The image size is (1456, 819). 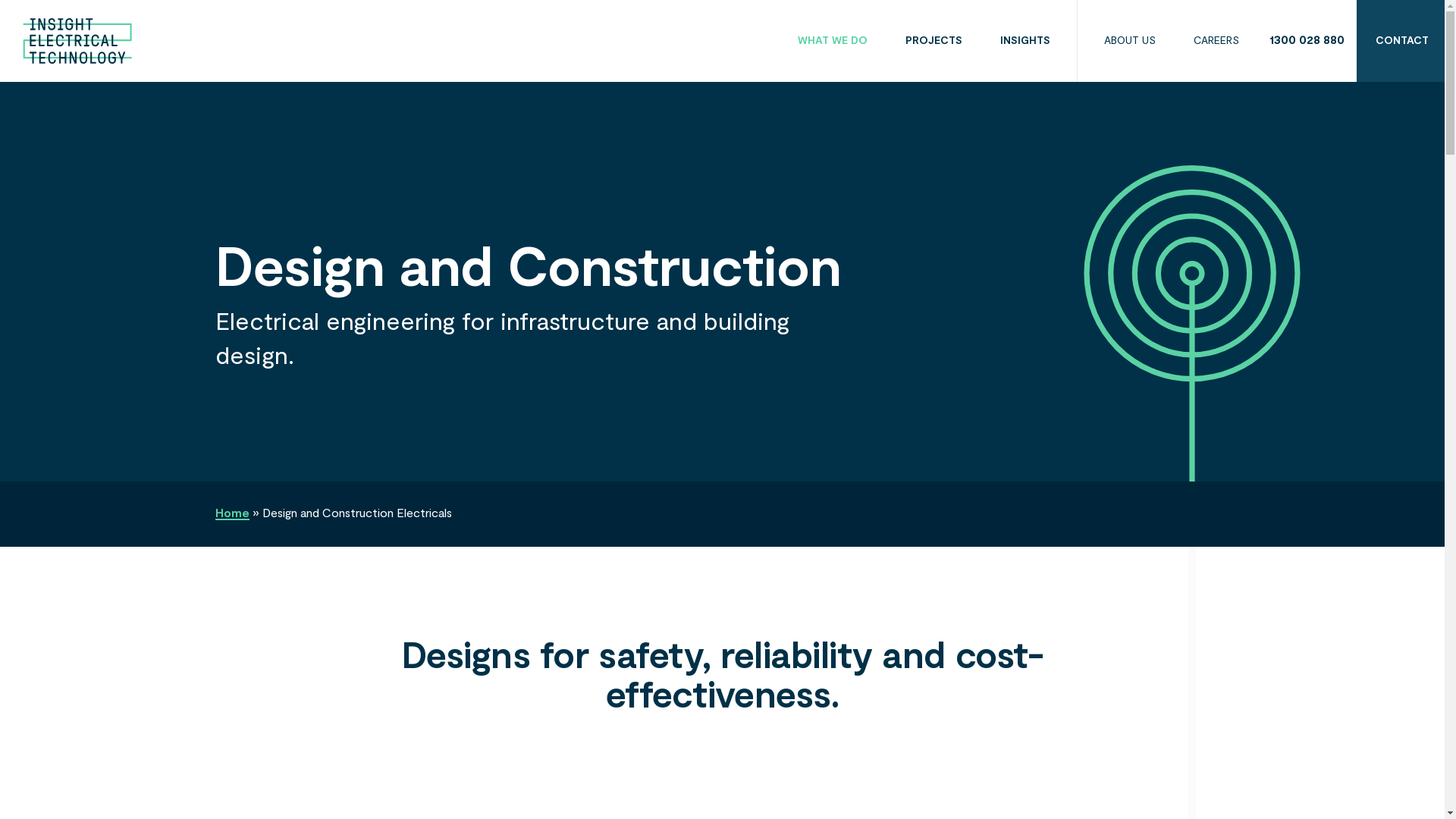 I want to click on '1300 028 880', so click(x=1308, y=40).